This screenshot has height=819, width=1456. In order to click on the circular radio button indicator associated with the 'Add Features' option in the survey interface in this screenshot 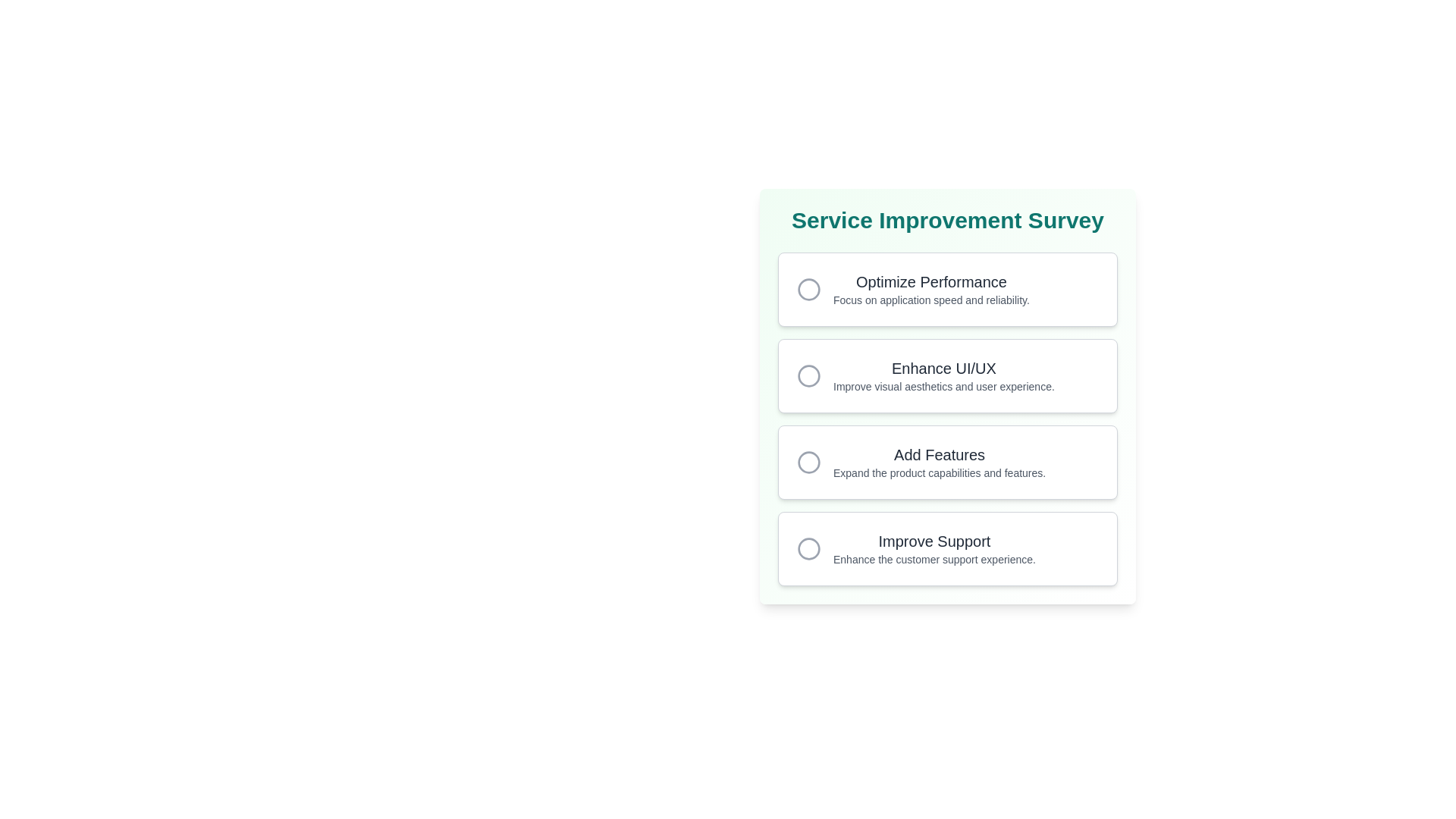, I will do `click(808, 461)`.